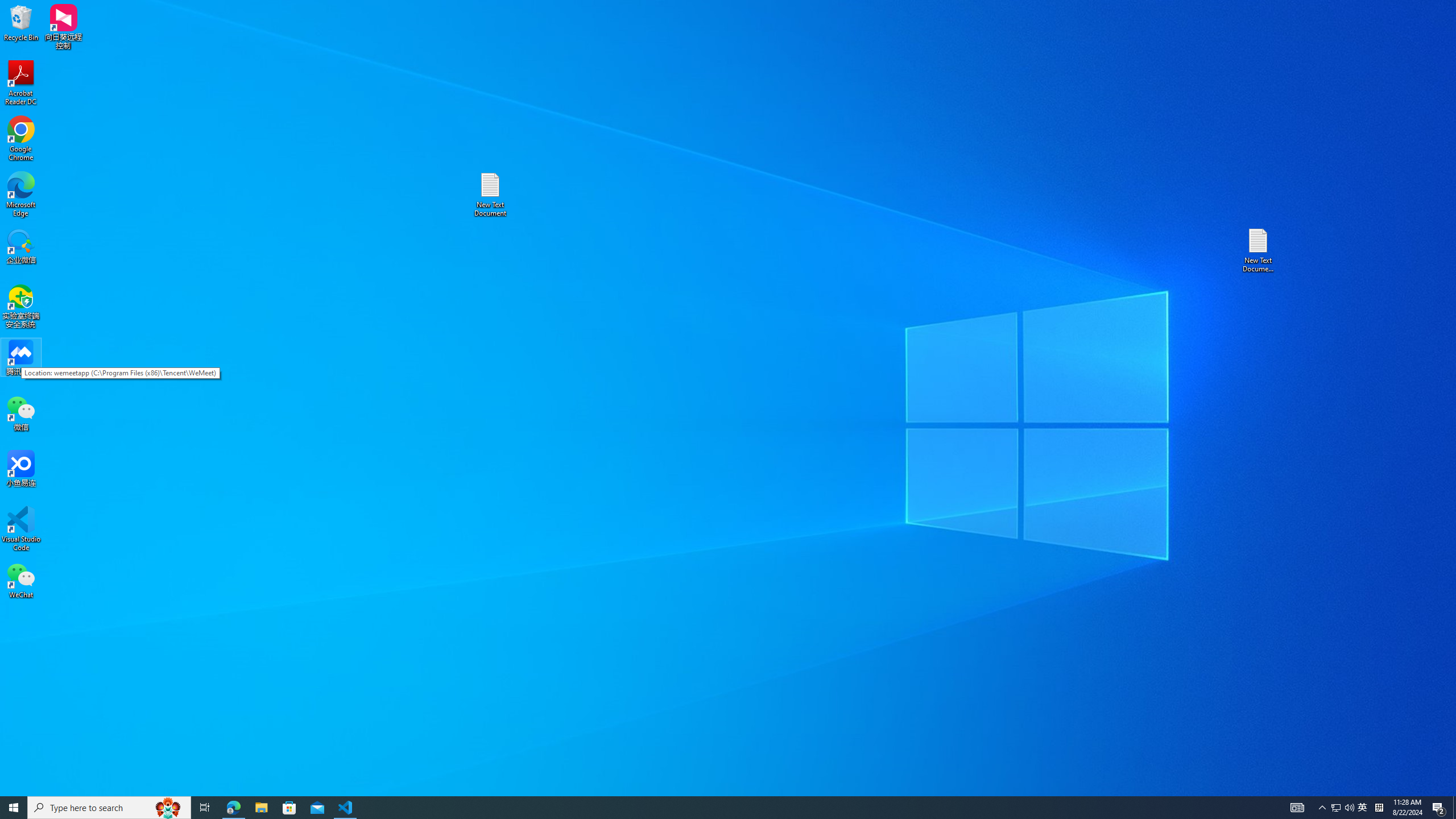  What do you see at coordinates (345, 806) in the screenshot?
I see `'Visual Studio Code - 1 running window'` at bounding box center [345, 806].